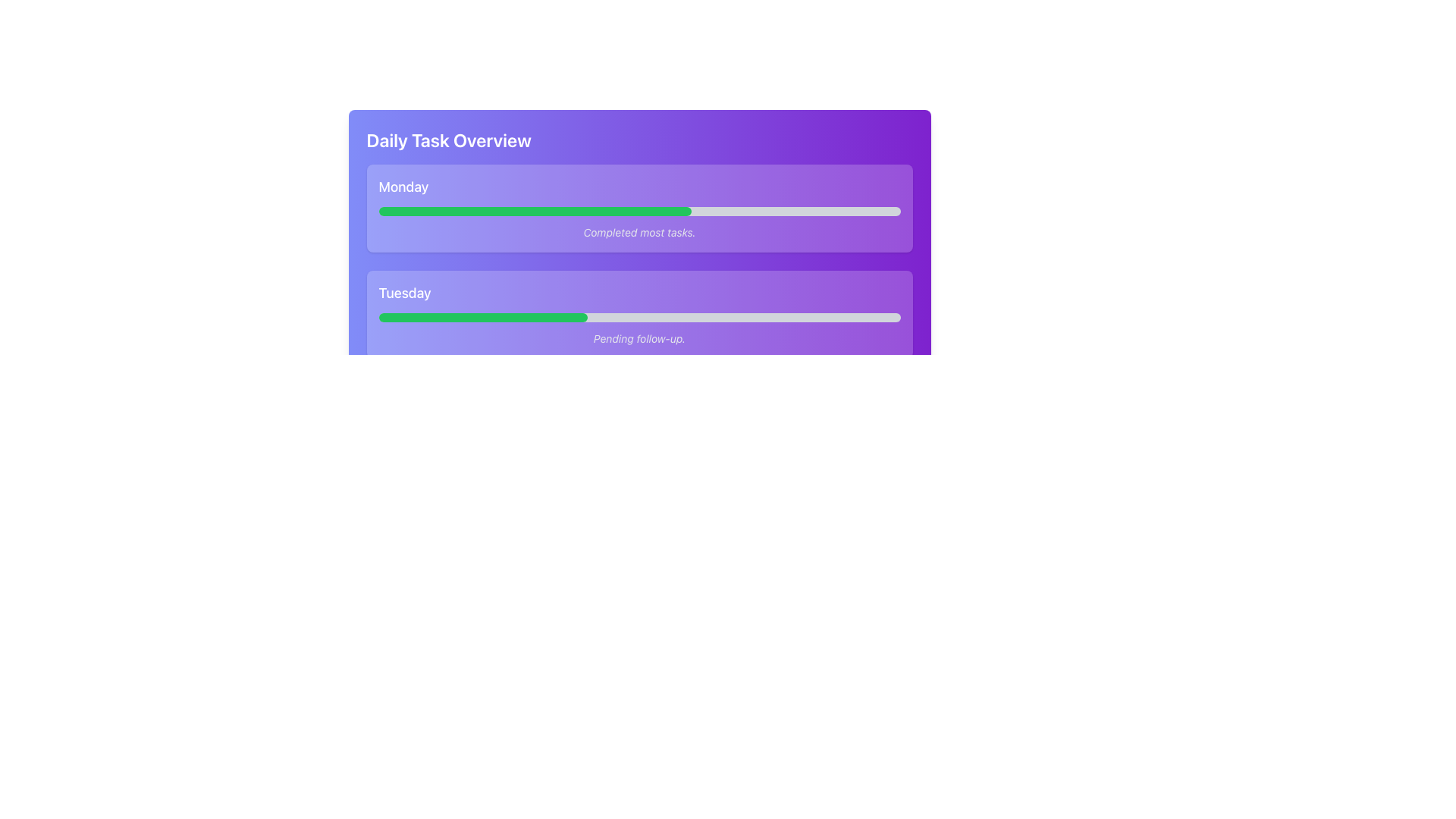 This screenshot has width=1456, height=819. I want to click on the text label displaying 'Monday' in a bold font on a purple gradient background, which is located at the top left of the first task section in the 'Daily Task Overview' interface, so click(403, 186).